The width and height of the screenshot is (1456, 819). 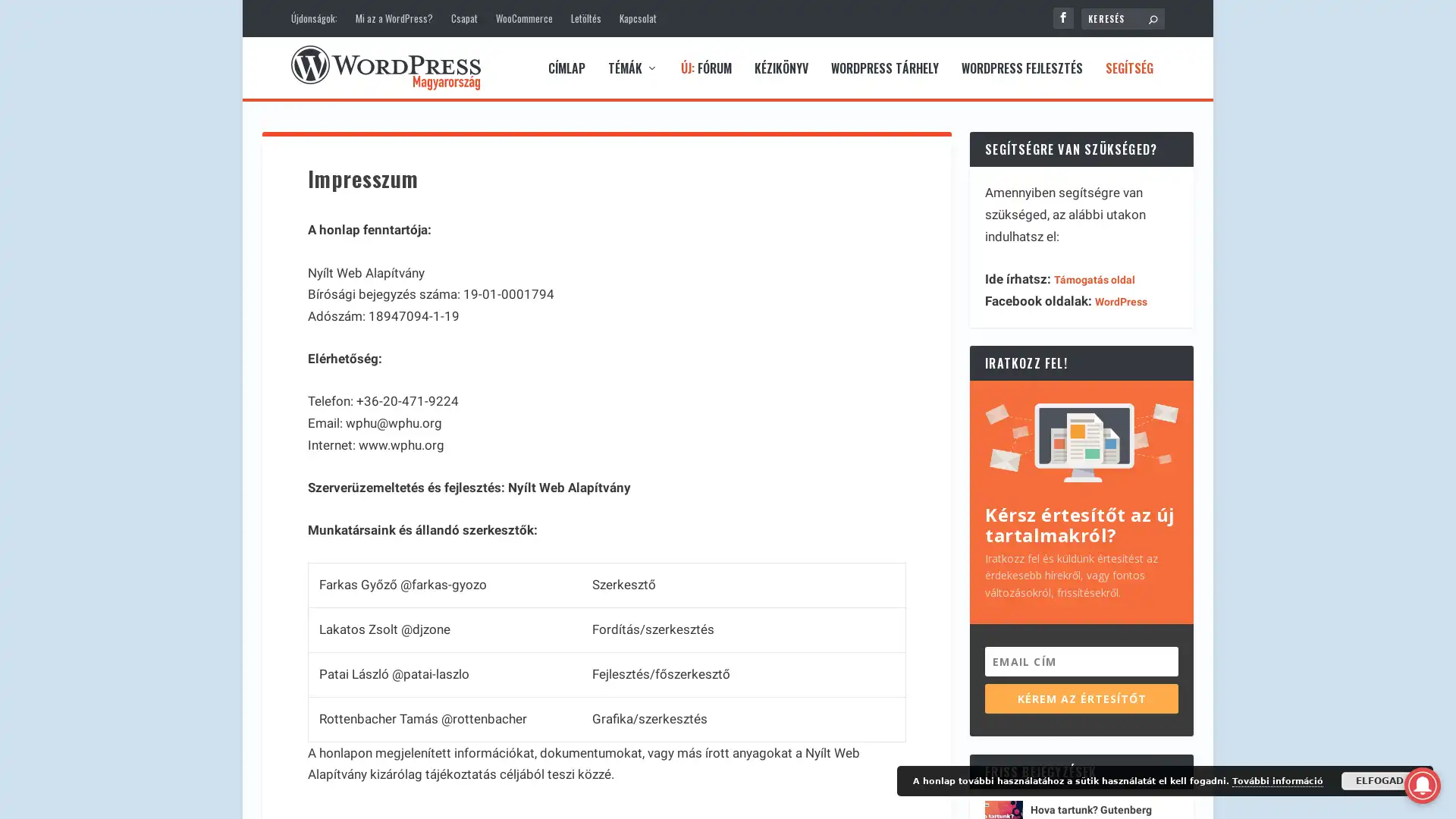 I want to click on KEREM AZ ERTESITOT, so click(x=1081, y=697).